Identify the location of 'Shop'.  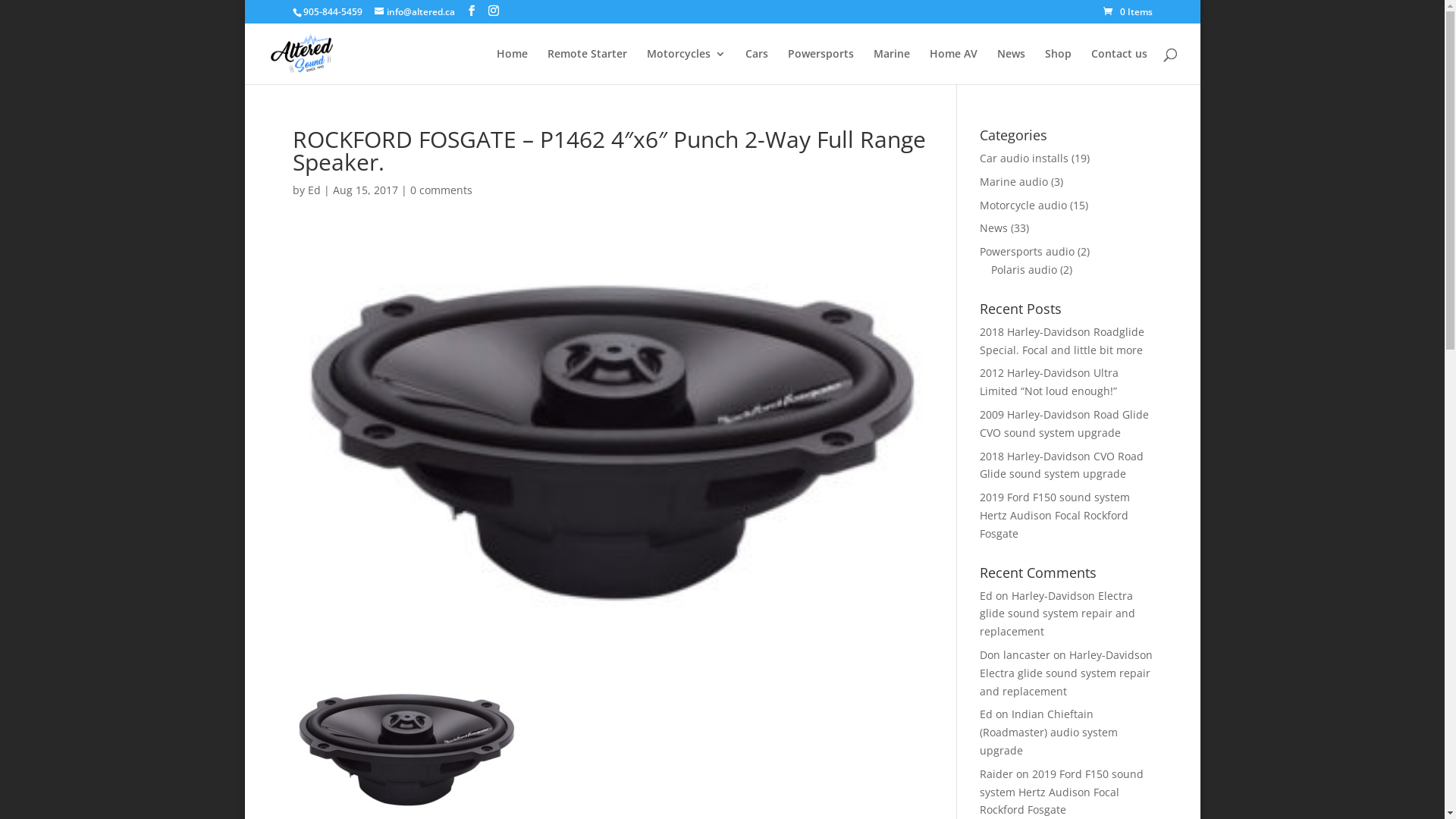
(1043, 65).